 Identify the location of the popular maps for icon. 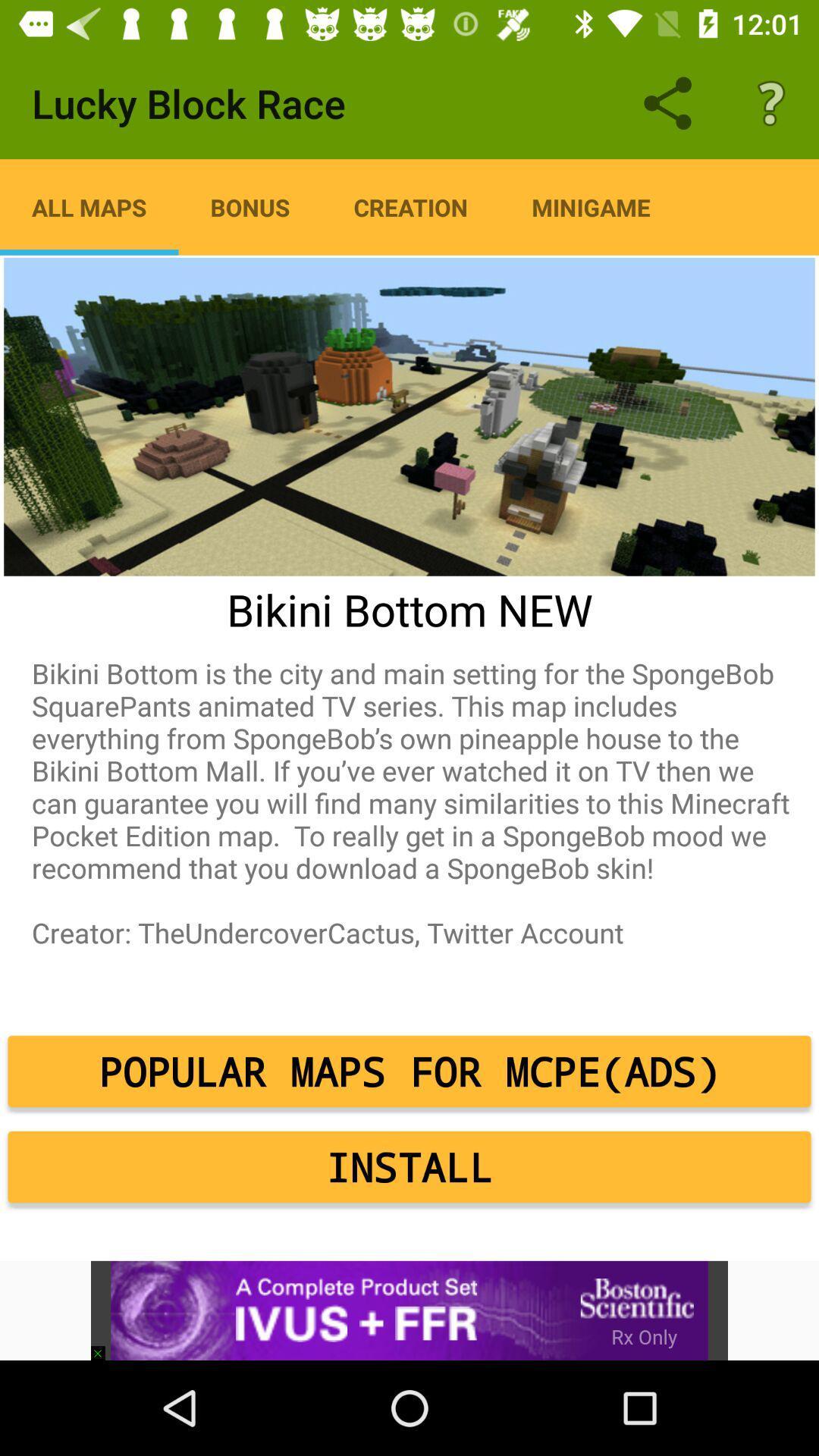
(409, 1070).